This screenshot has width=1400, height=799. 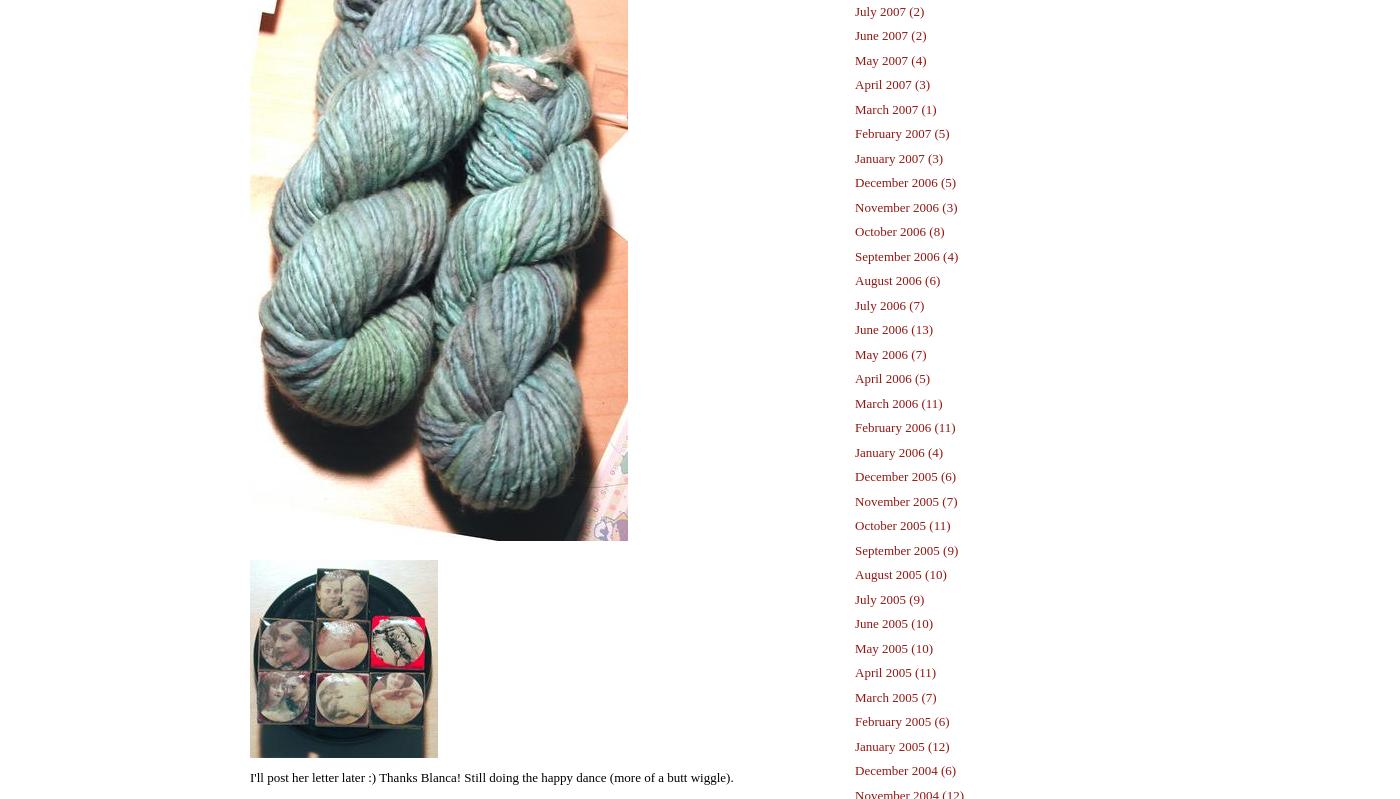 I want to click on 'March 2005 (7)', so click(x=854, y=696).